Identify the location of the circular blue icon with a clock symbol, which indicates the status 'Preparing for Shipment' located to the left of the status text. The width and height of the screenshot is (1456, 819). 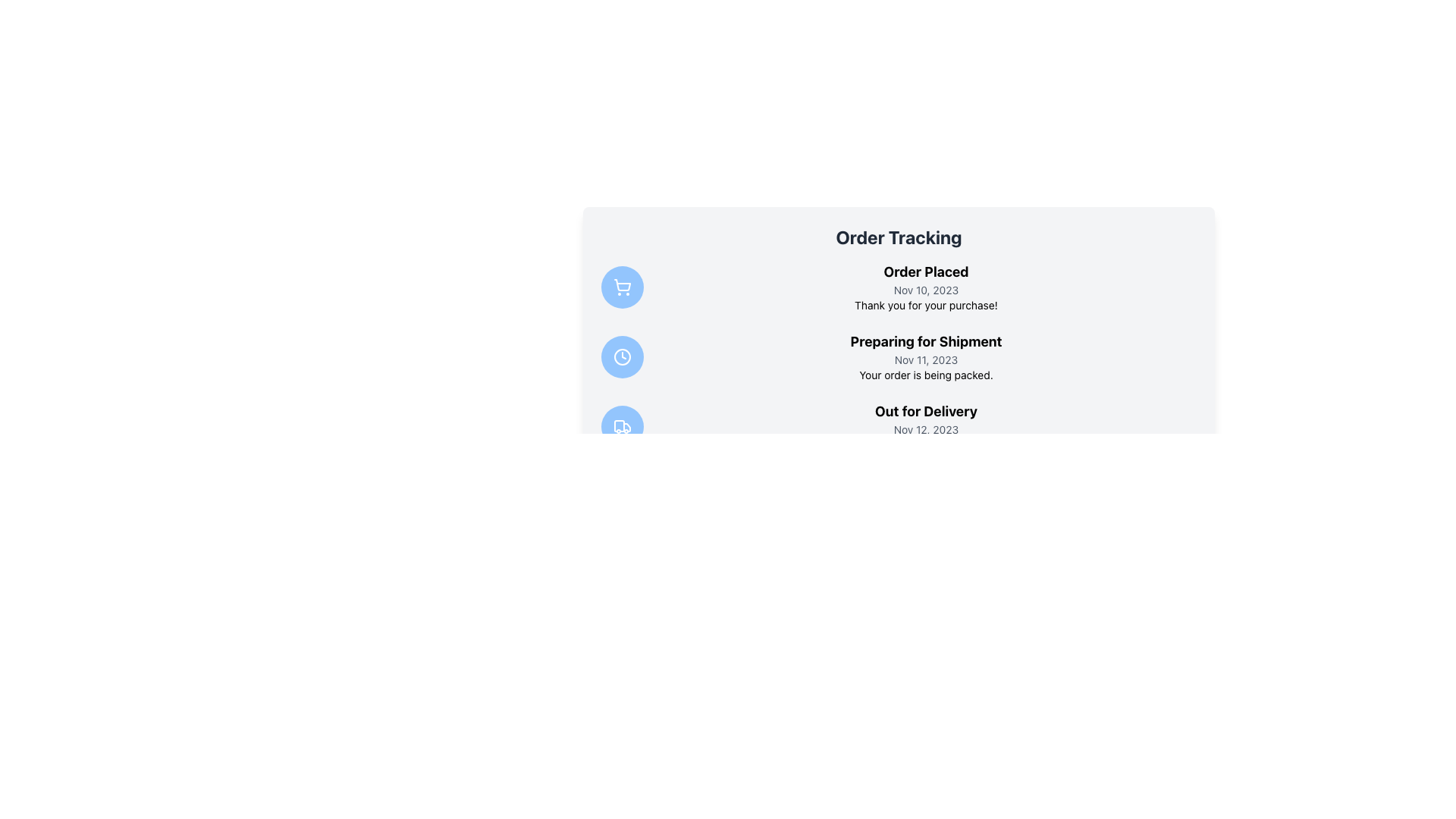
(622, 356).